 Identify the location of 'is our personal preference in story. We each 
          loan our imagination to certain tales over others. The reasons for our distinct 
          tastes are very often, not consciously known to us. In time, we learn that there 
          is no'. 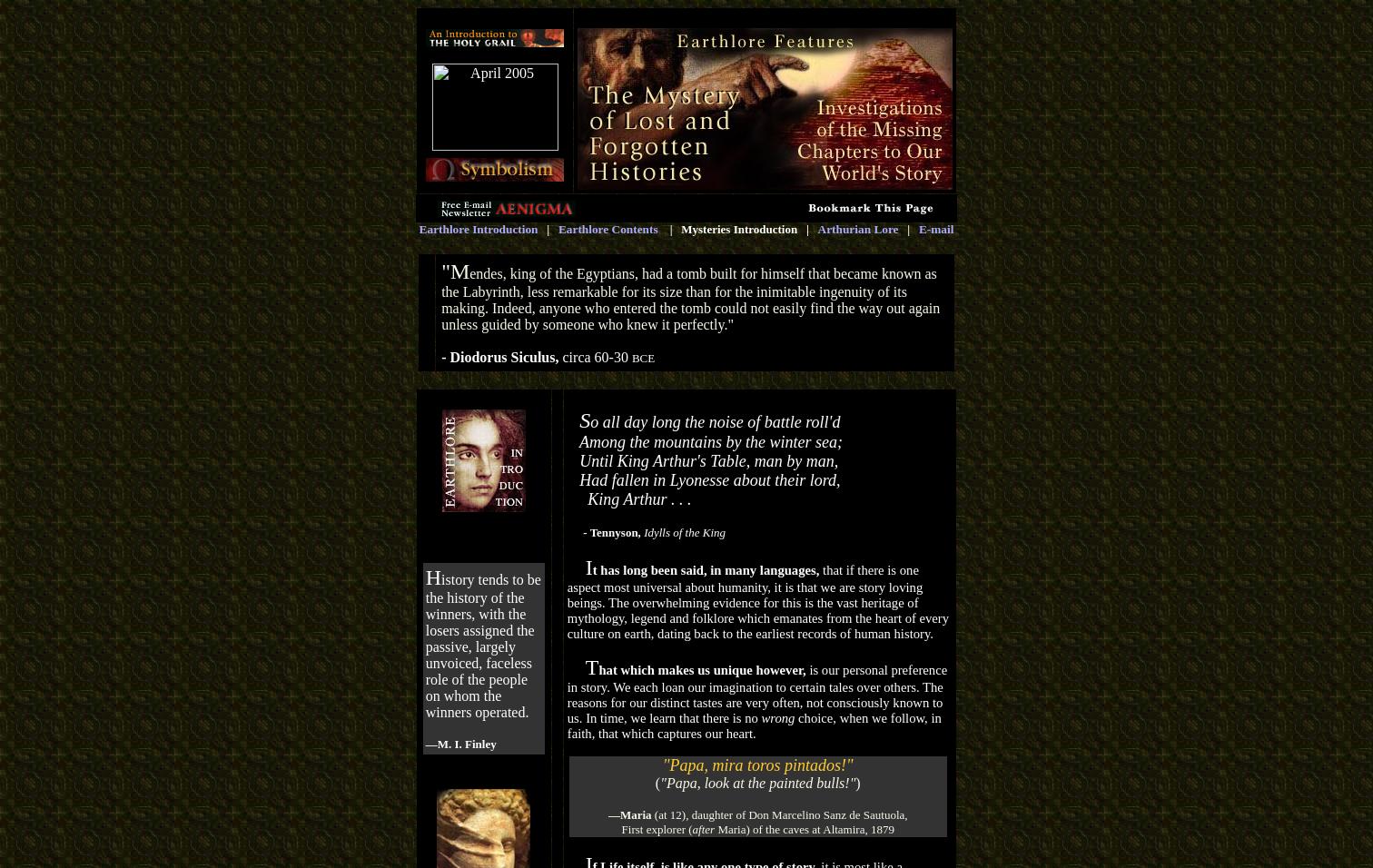
(756, 692).